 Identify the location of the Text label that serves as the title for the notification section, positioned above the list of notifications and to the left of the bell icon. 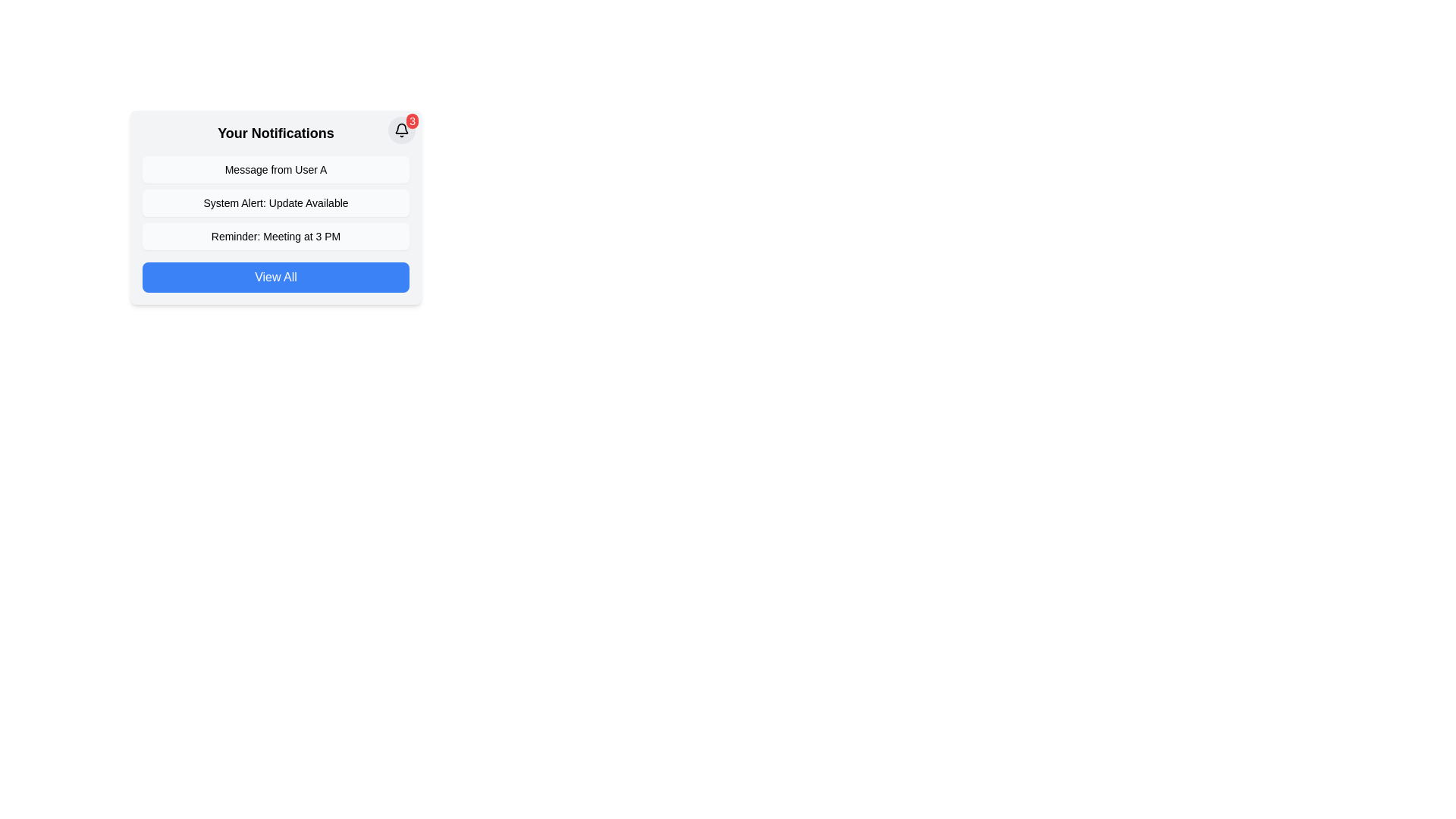
(276, 133).